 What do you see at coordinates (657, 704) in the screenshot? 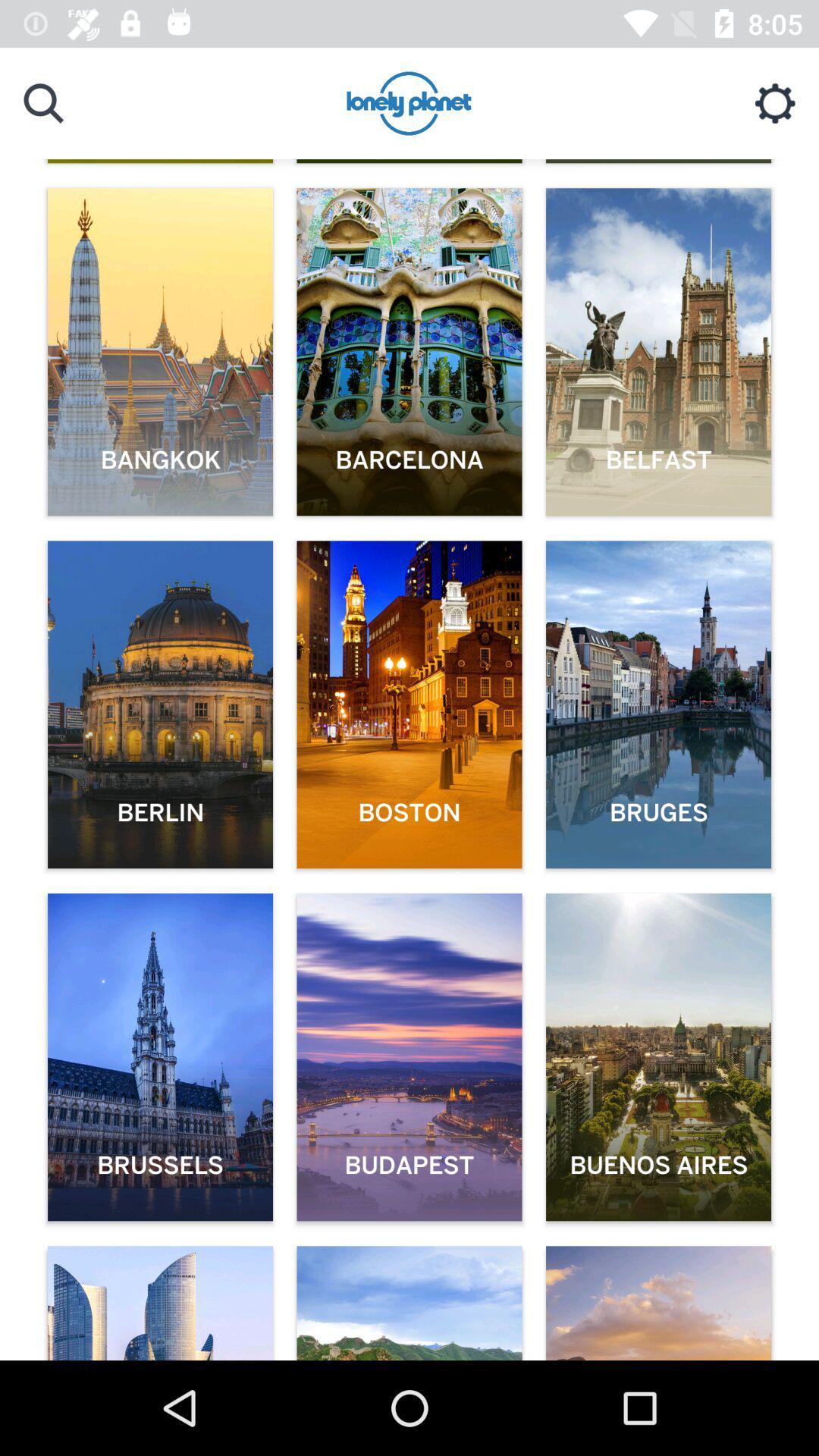
I see `the second row third image` at bounding box center [657, 704].